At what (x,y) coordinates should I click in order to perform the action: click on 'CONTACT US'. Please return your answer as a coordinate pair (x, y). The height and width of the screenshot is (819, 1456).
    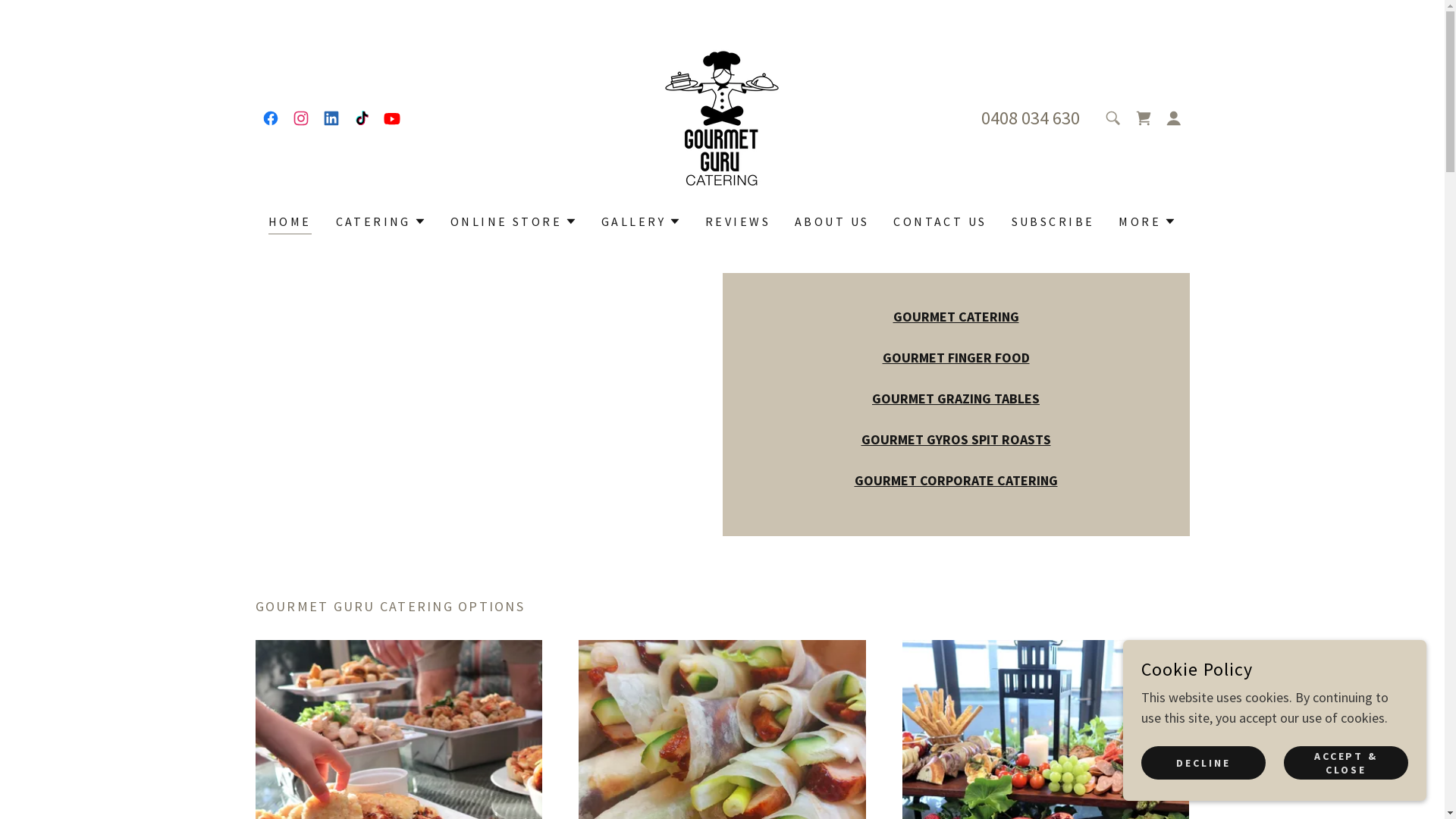
    Looking at the image, I should click on (939, 221).